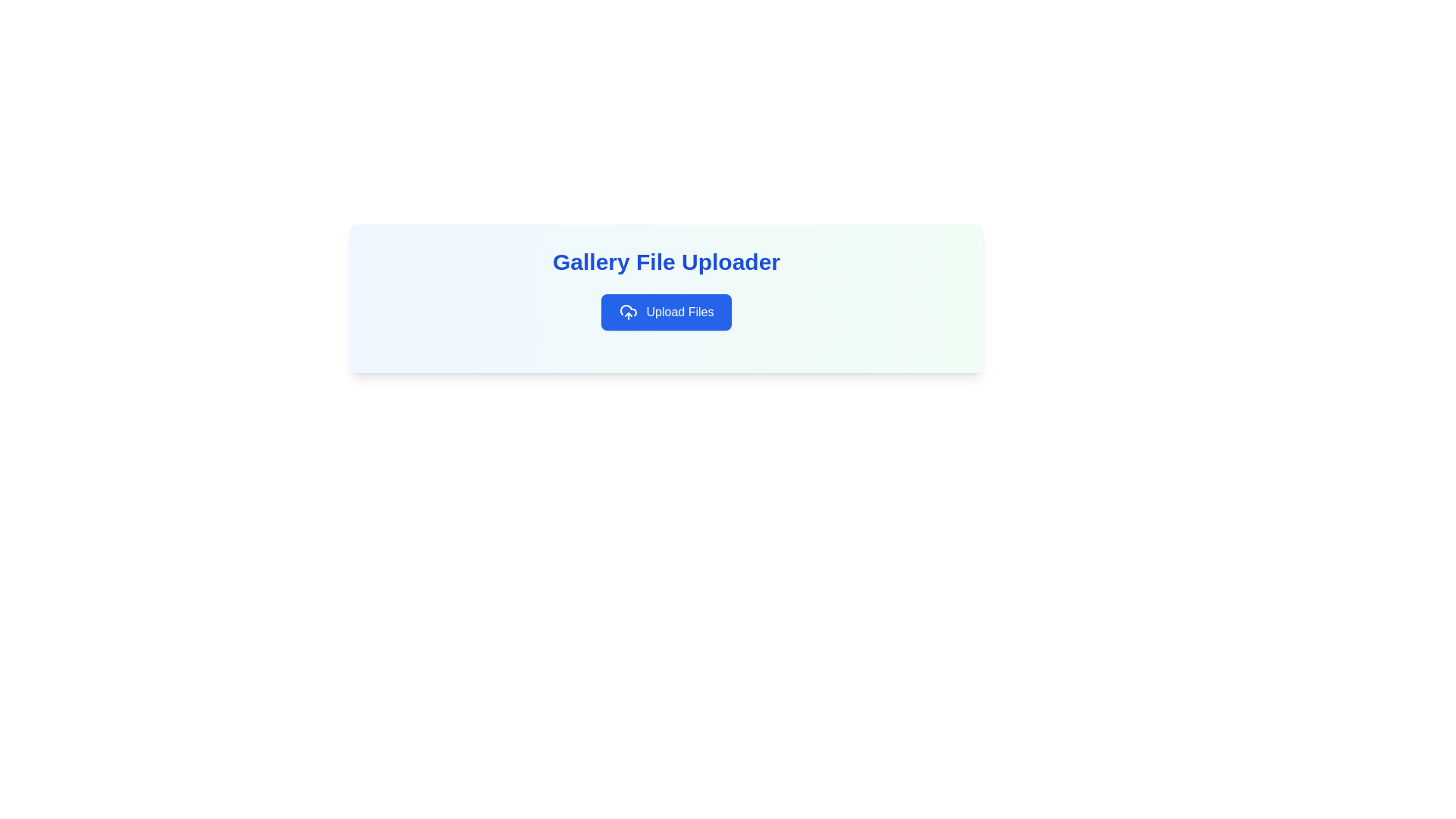  Describe the element at coordinates (628, 312) in the screenshot. I see `the blue button labeled 'Upload Files' which contains the cloud icon to initiate the file upload process` at that location.